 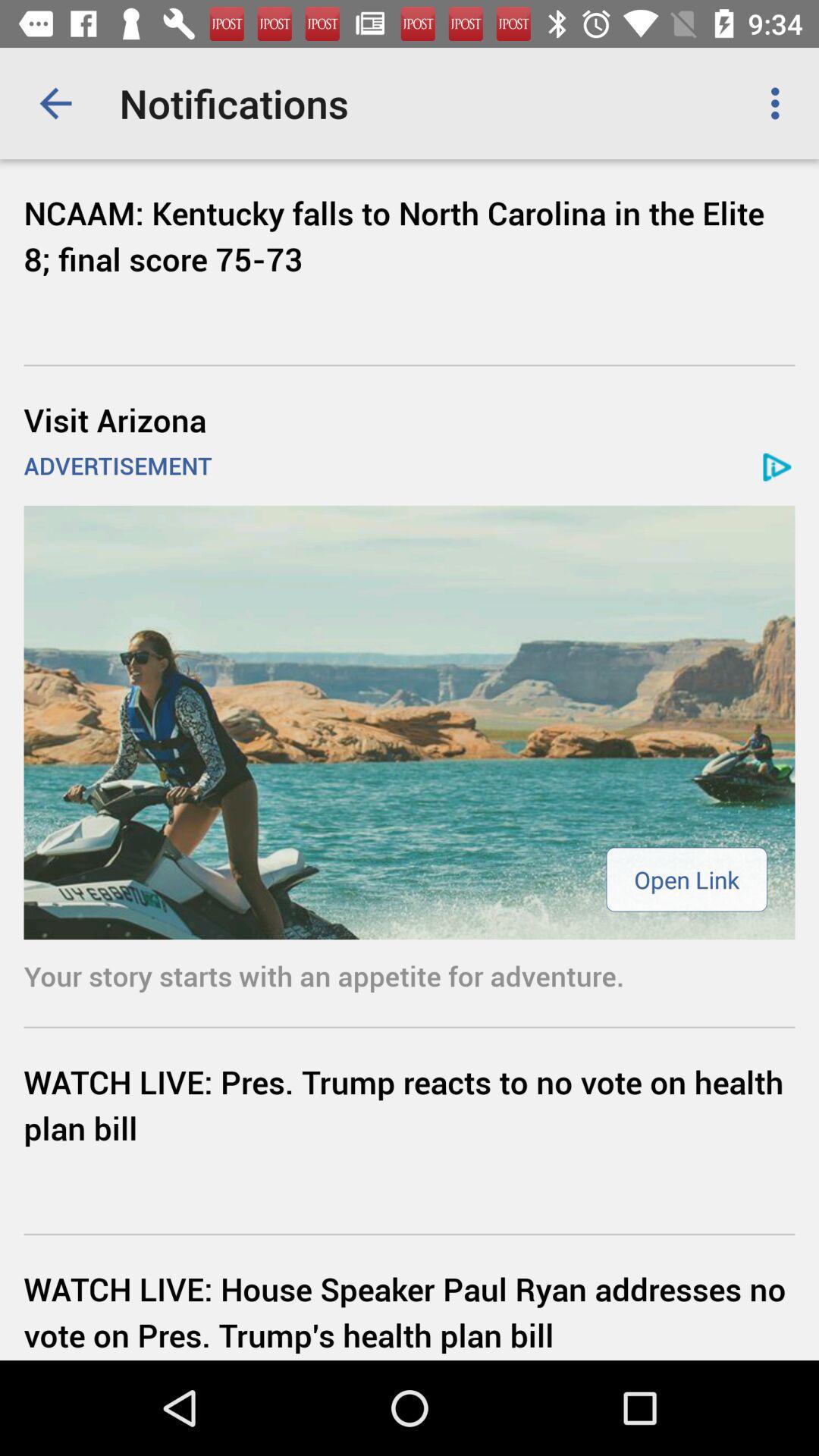 What do you see at coordinates (55, 102) in the screenshot?
I see `app to the left of the notifications app` at bounding box center [55, 102].